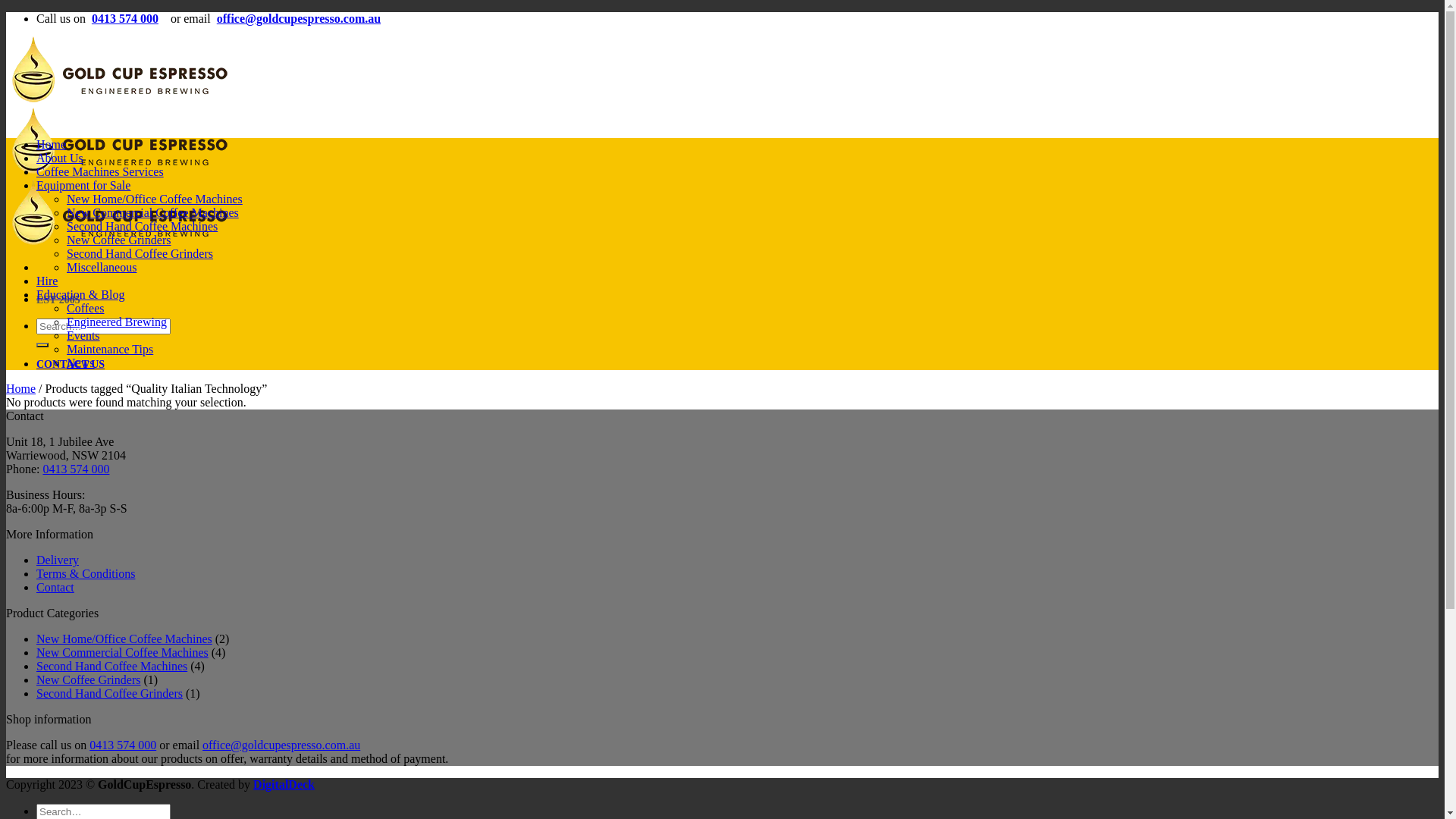  Describe the element at coordinates (47, 281) in the screenshot. I see `'Hire'` at that location.